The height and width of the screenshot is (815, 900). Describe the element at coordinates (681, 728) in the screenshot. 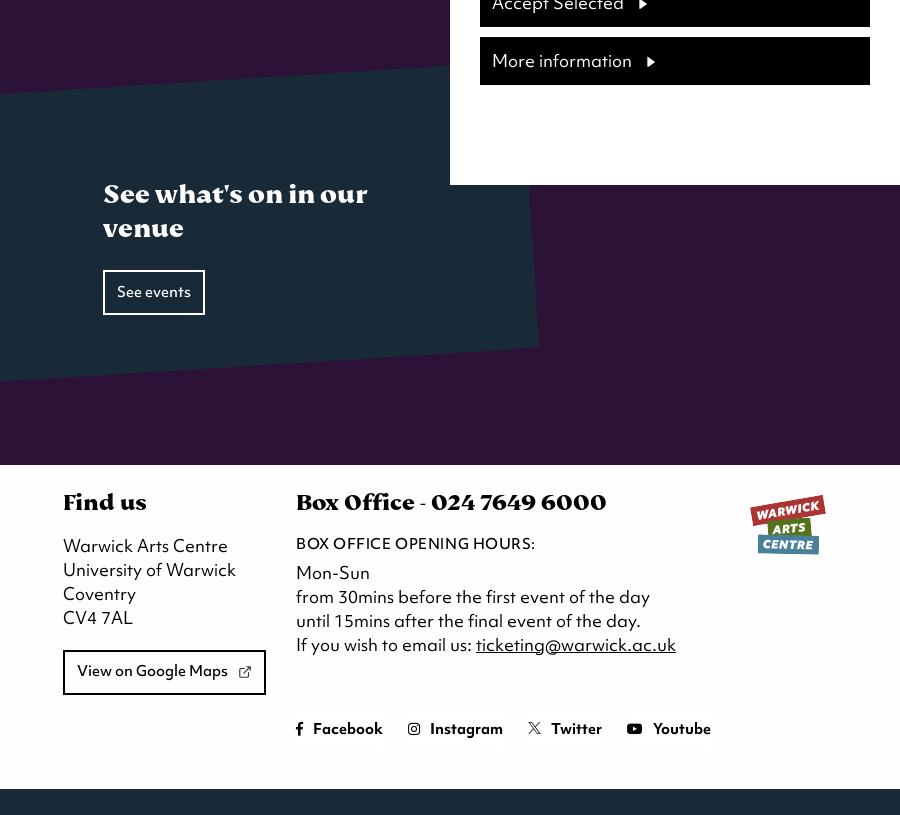

I see `'Youtube'` at that location.